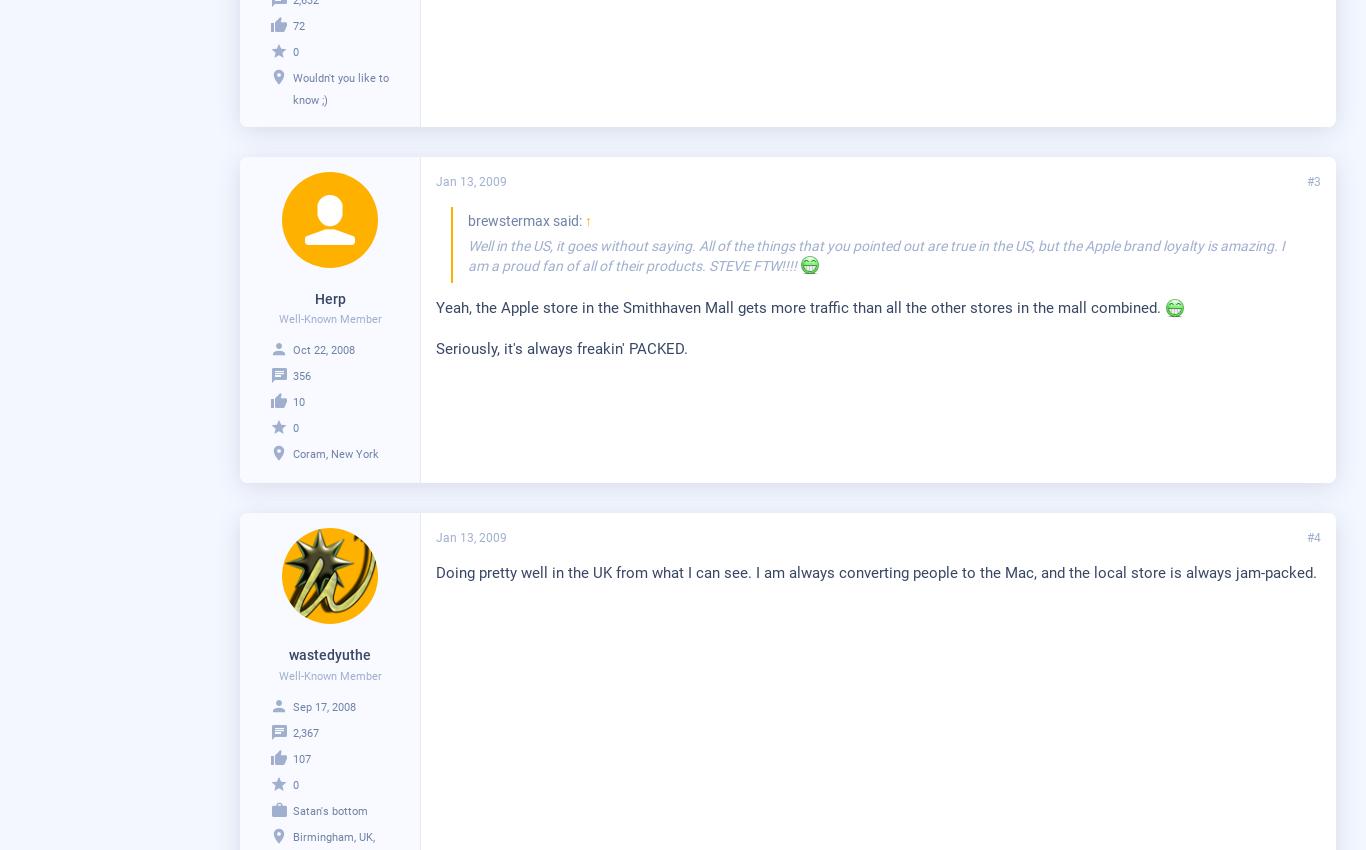 Image resolution: width=1366 pixels, height=850 pixels. Describe the element at coordinates (526, 219) in the screenshot. I see `'brewstermax said:'` at that location.